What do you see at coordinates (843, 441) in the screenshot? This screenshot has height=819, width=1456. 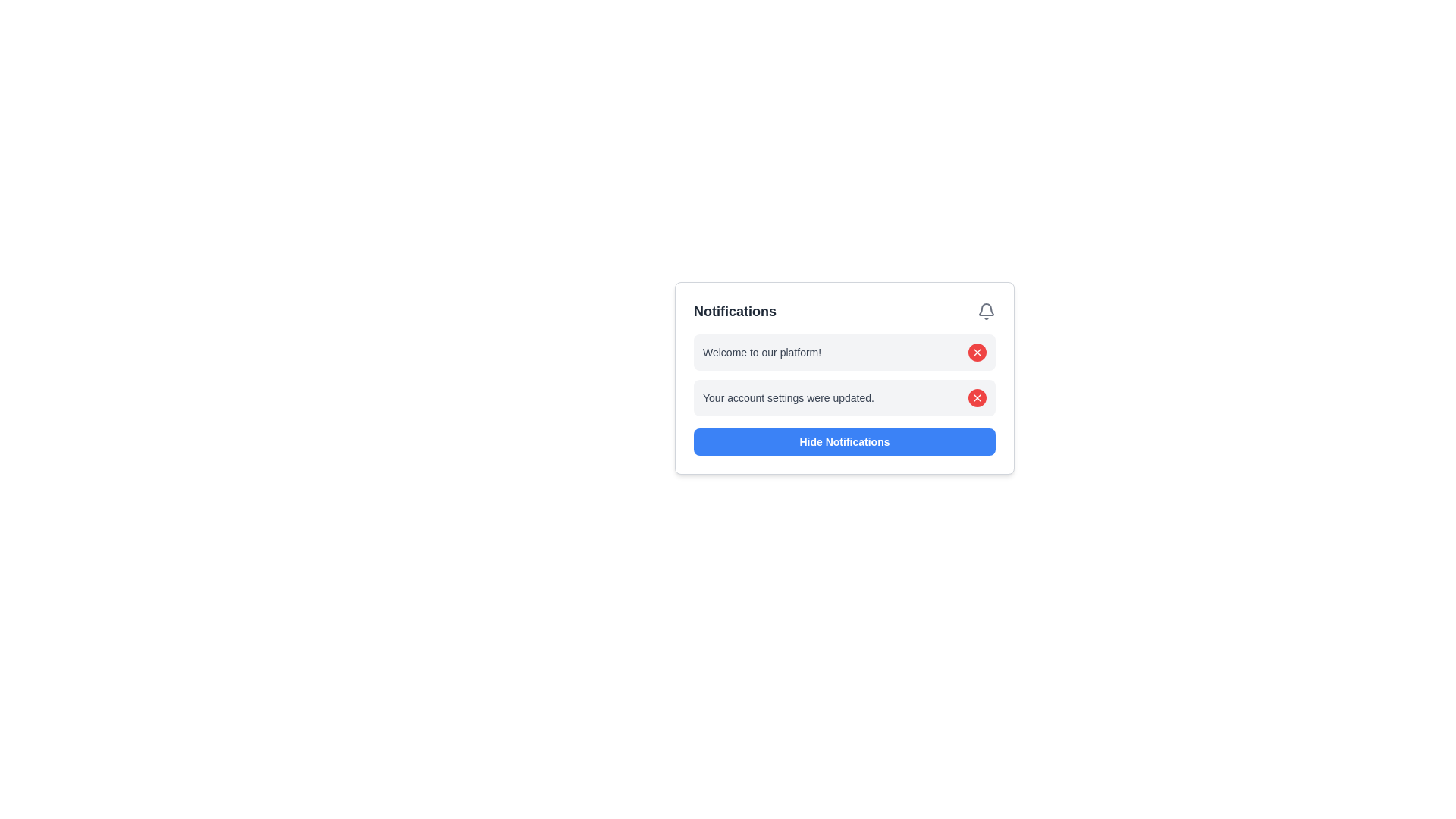 I see `the button at the bottom of the 'Notifications' card to hide notifications` at bounding box center [843, 441].